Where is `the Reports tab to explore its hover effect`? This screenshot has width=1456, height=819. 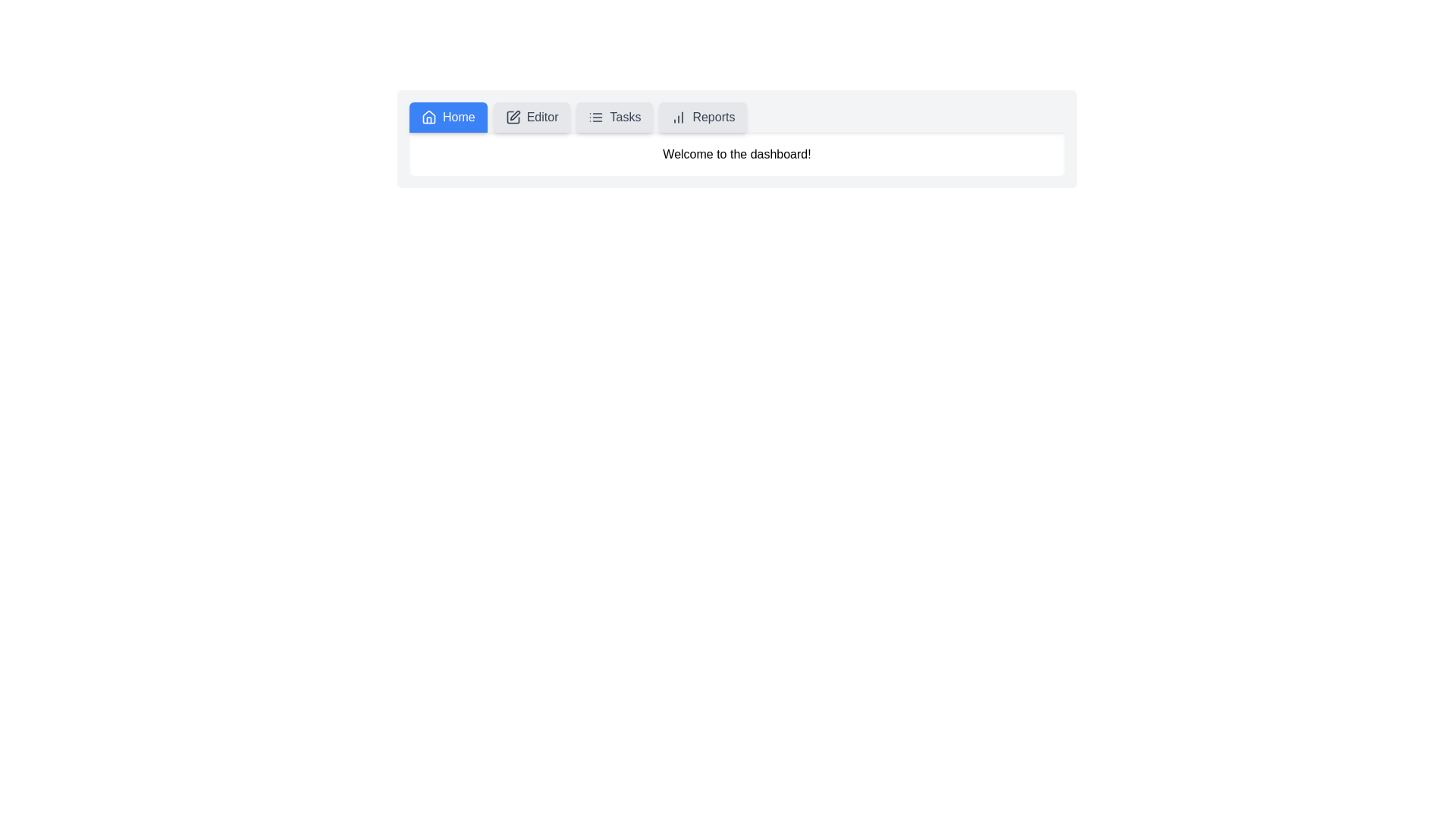 the Reports tab to explore its hover effect is located at coordinates (702, 116).